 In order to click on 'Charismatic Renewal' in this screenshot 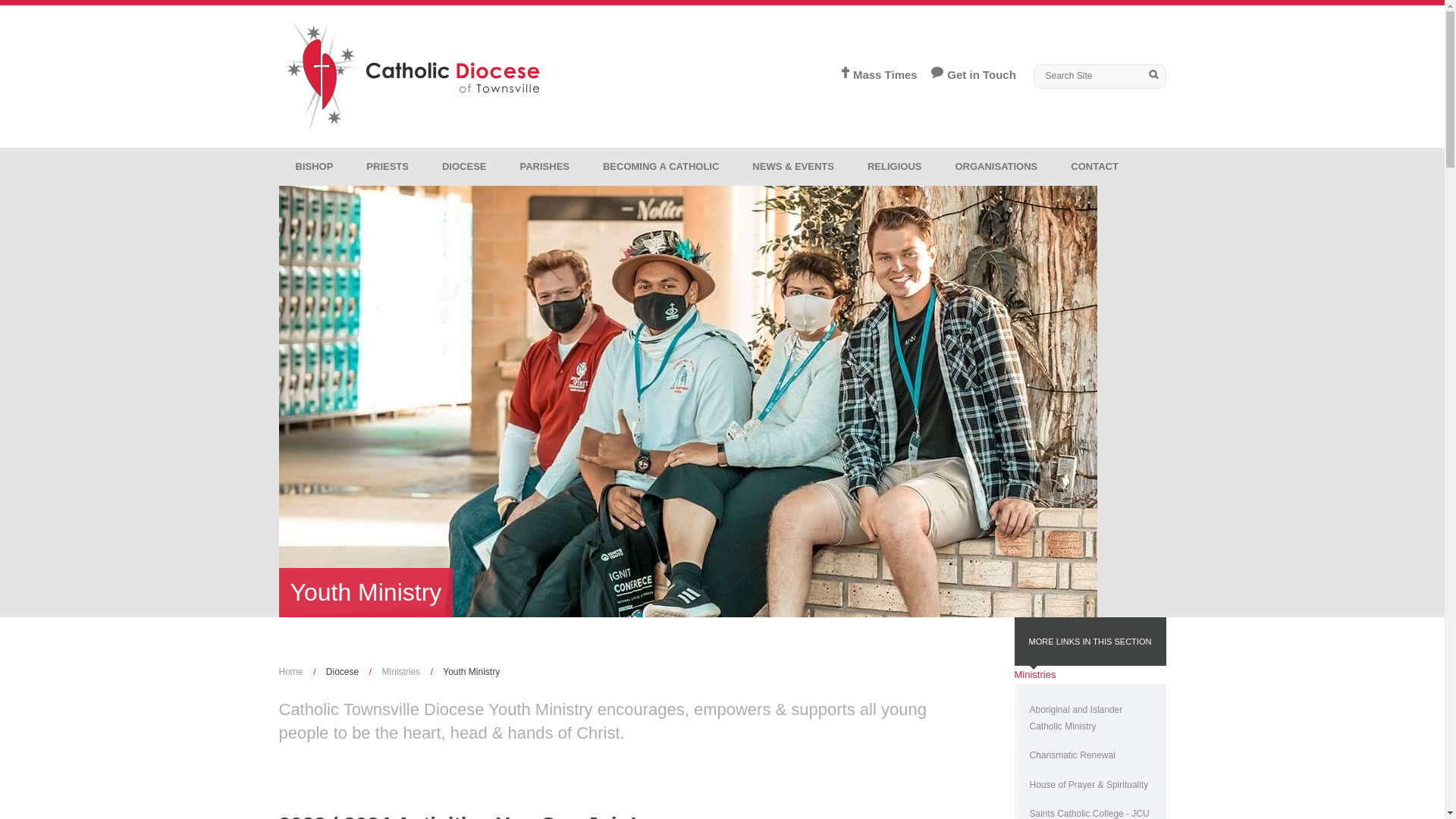, I will do `click(1090, 755)`.